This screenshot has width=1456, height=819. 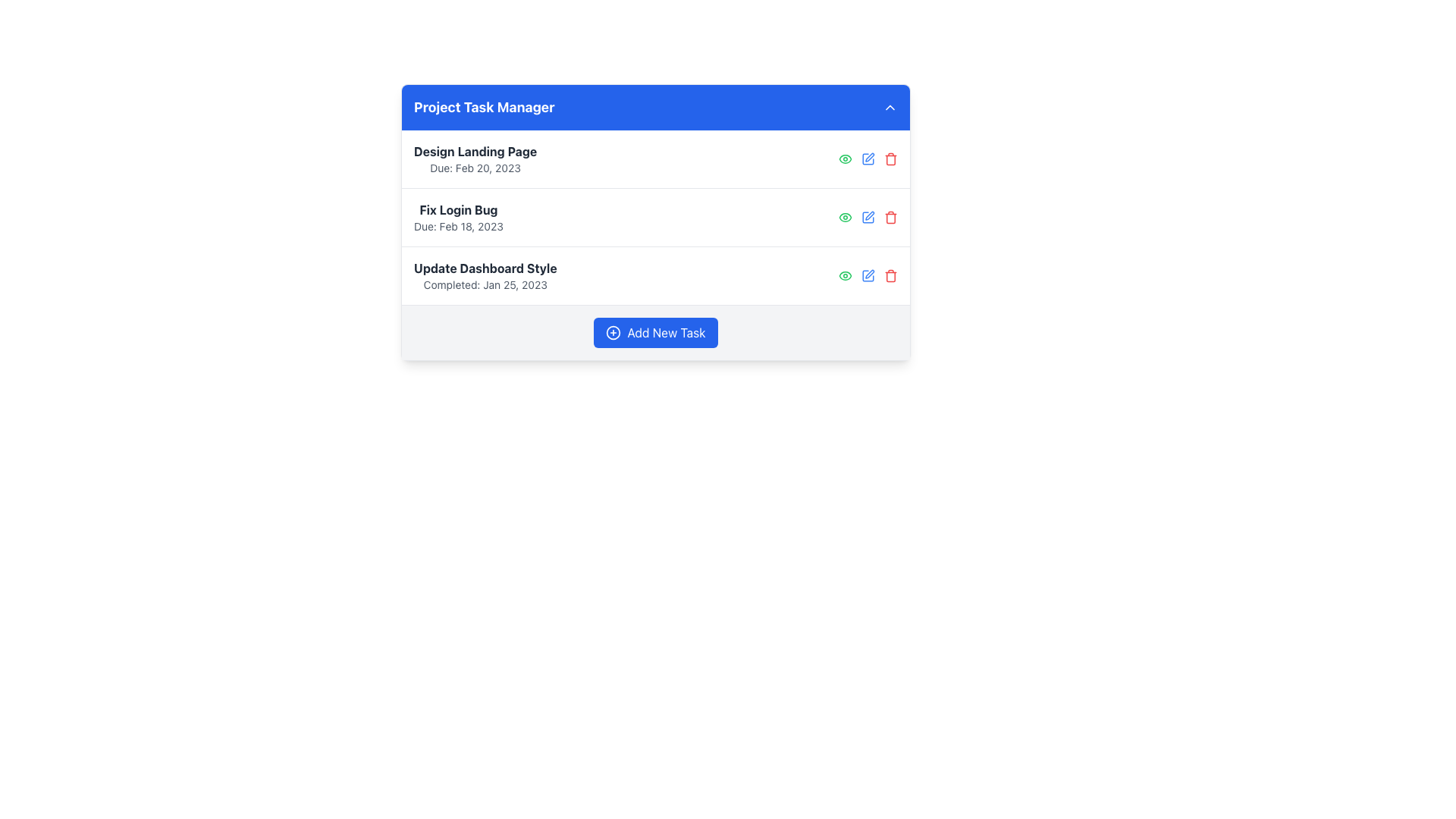 I want to click on the green eye-shaped icon button located at the leftmost position among the action buttons in the task management section, so click(x=844, y=275).